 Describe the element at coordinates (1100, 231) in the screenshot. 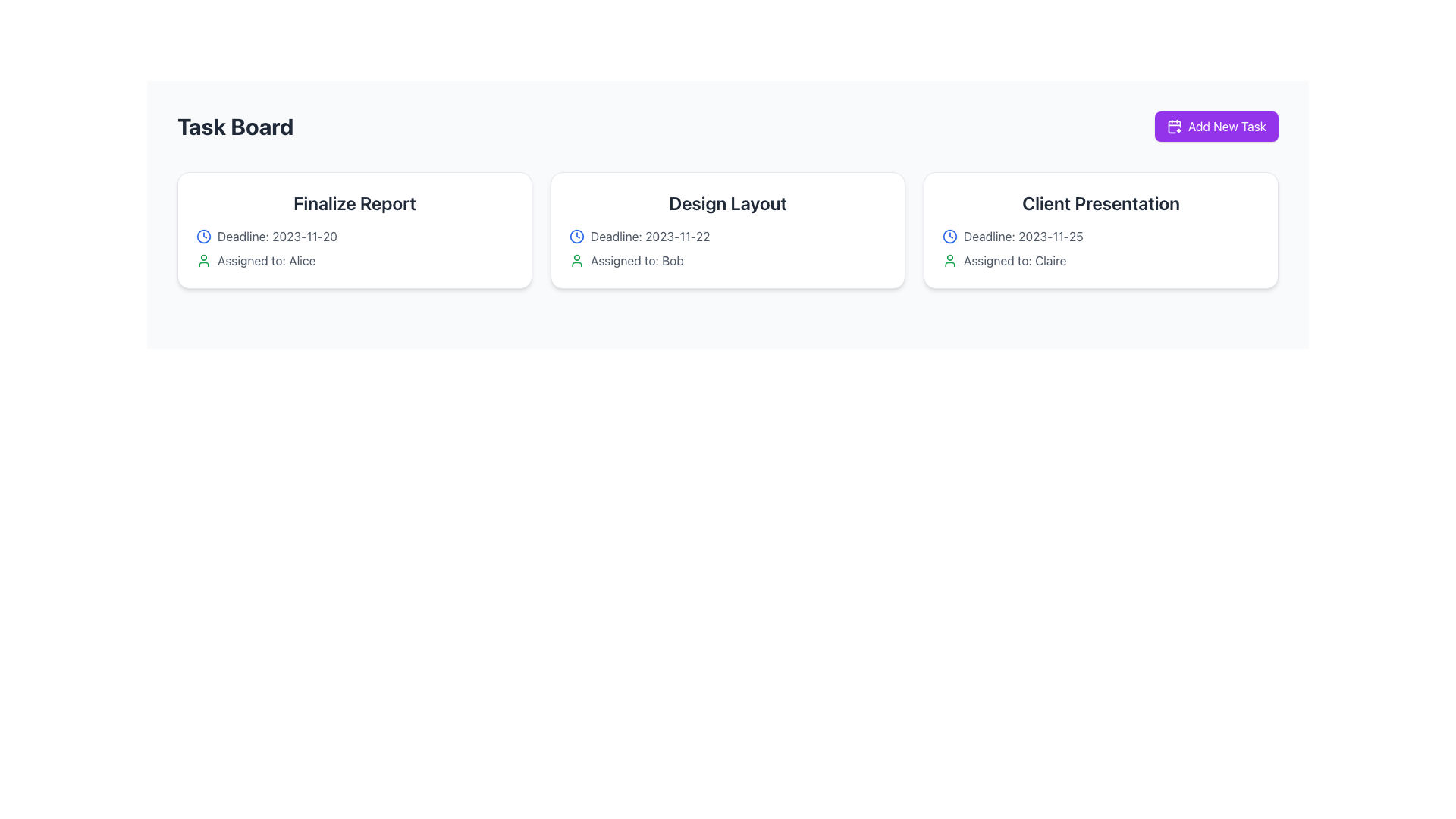

I see `information displayed on the card titled 'Client Presentation', which is located in the rightmost column of the task board layout` at that location.